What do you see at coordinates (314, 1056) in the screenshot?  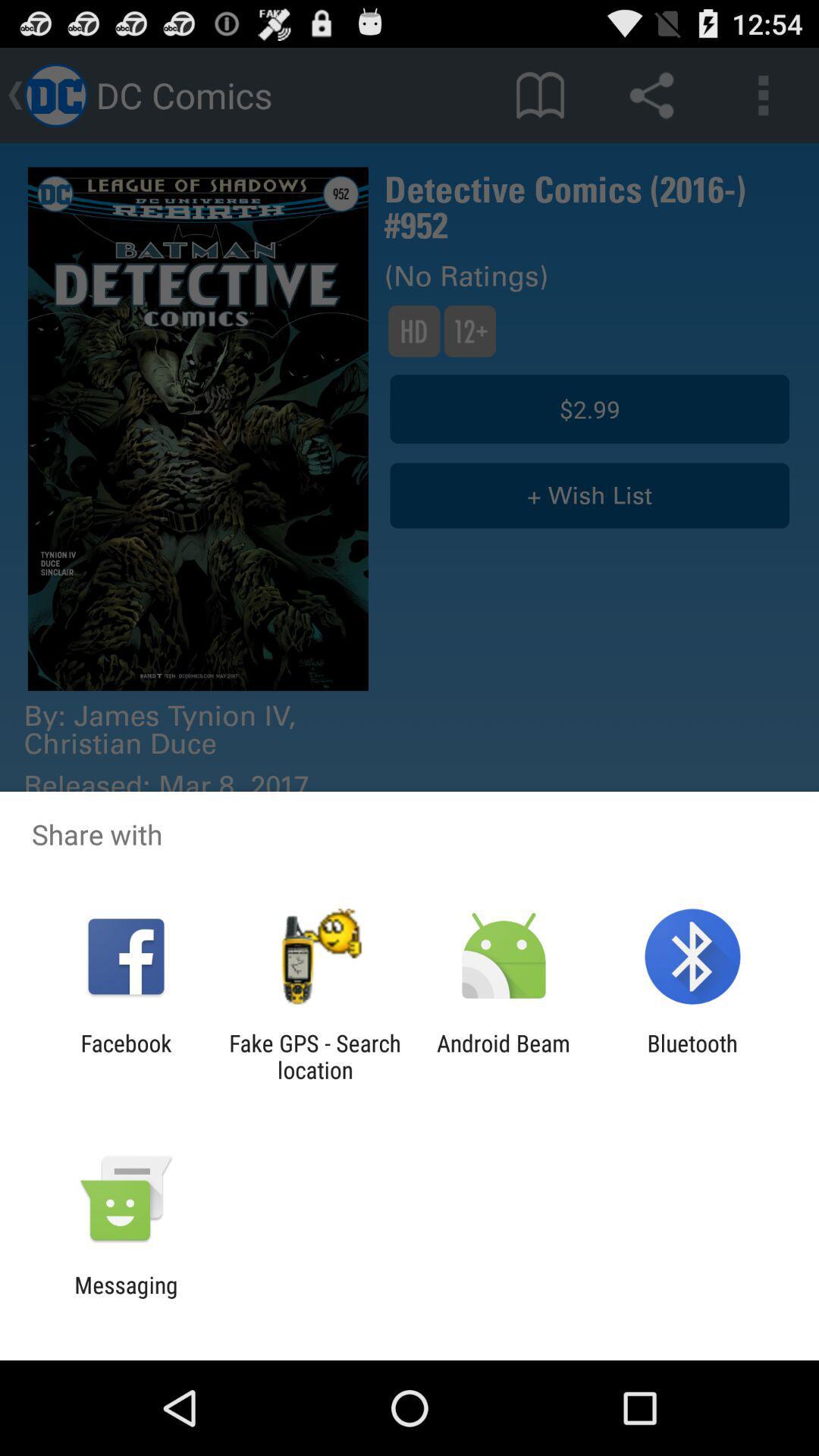 I see `icon to the right of facebook item` at bounding box center [314, 1056].